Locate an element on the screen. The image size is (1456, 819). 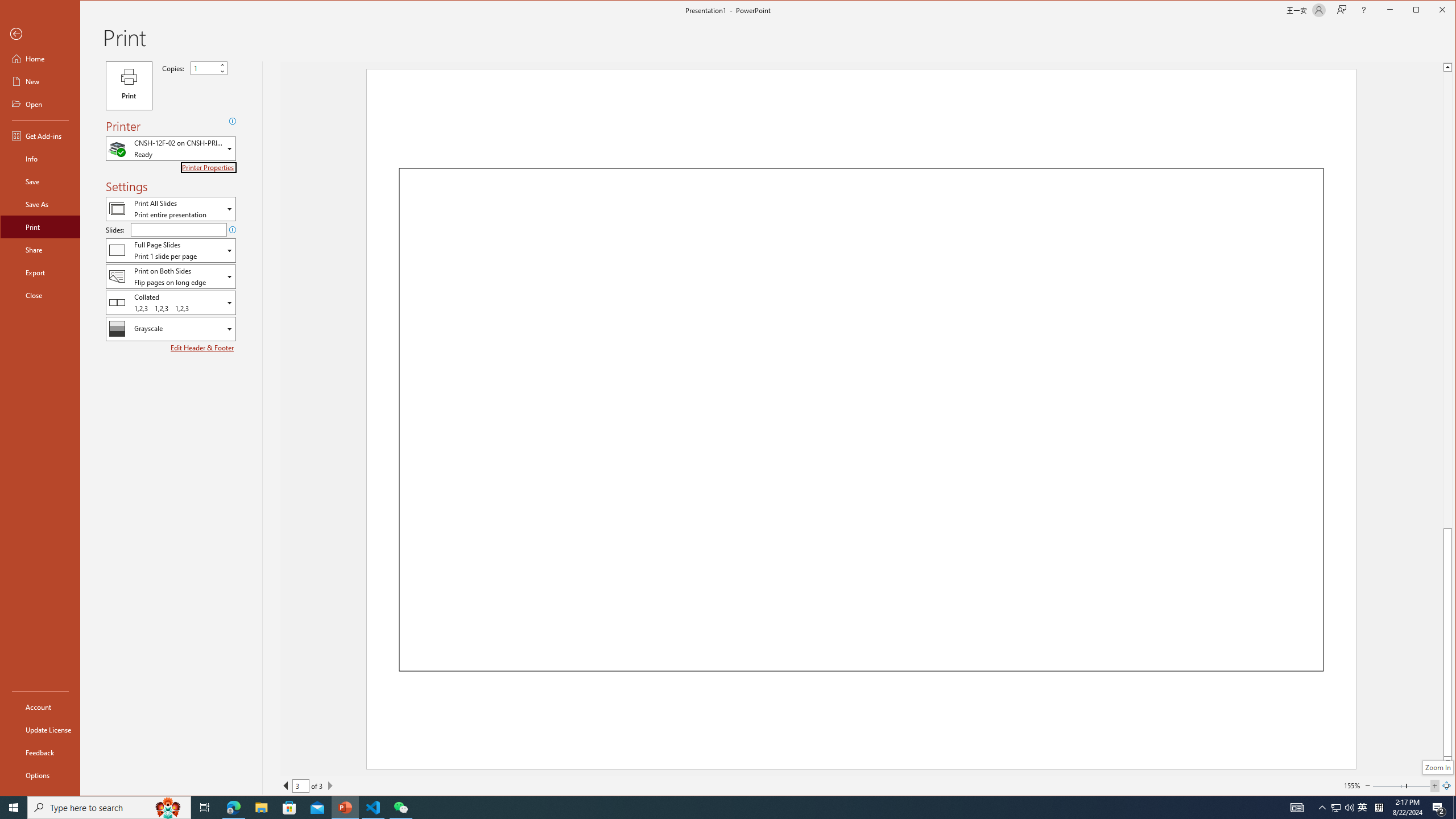
'Current Page' is located at coordinates (300, 785).